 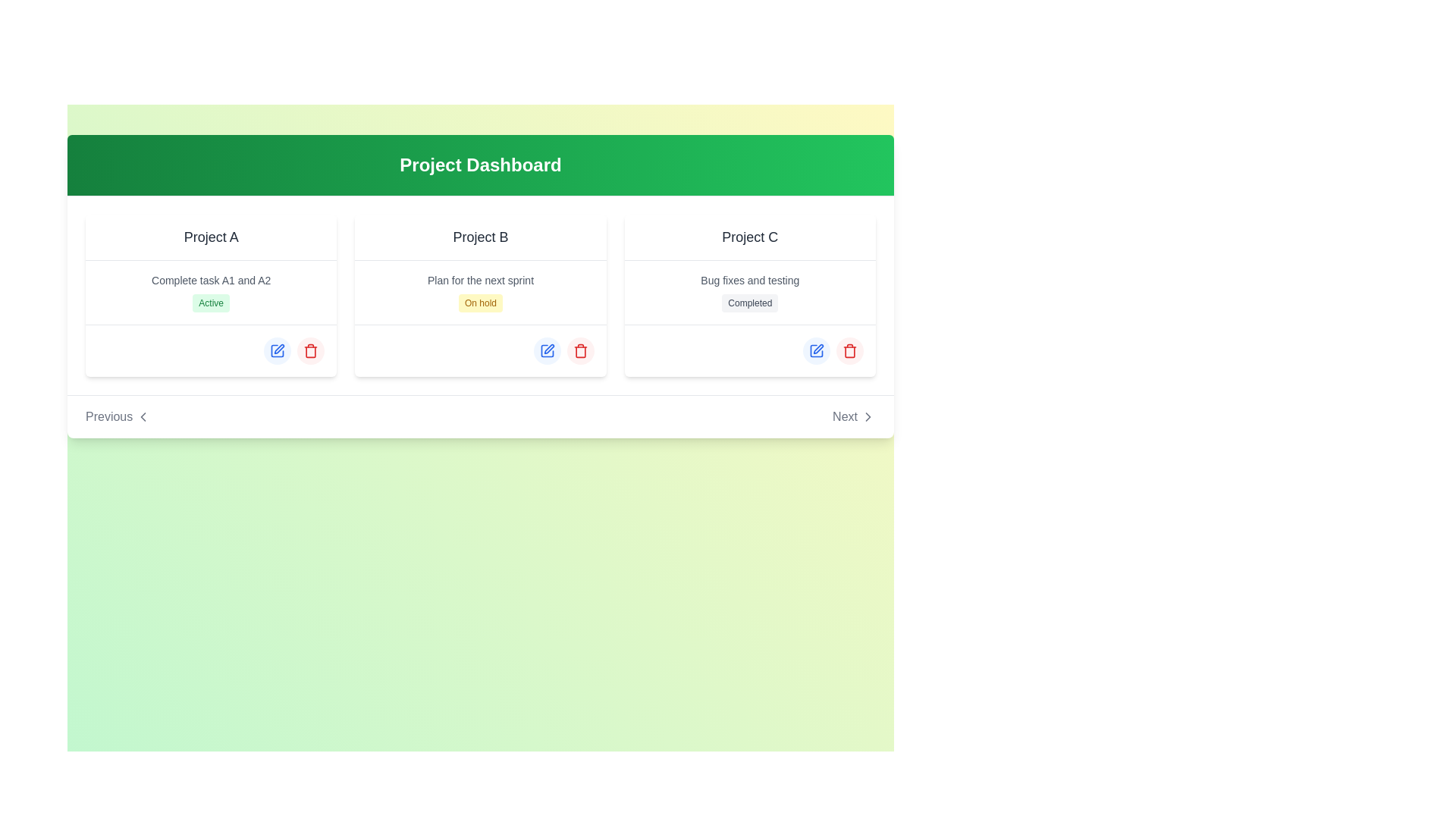 I want to click on the red delete icon button located at the bottom-right of the 'Project A' card in the 'Project Dashboard' interface, so click(x=310, y=350).